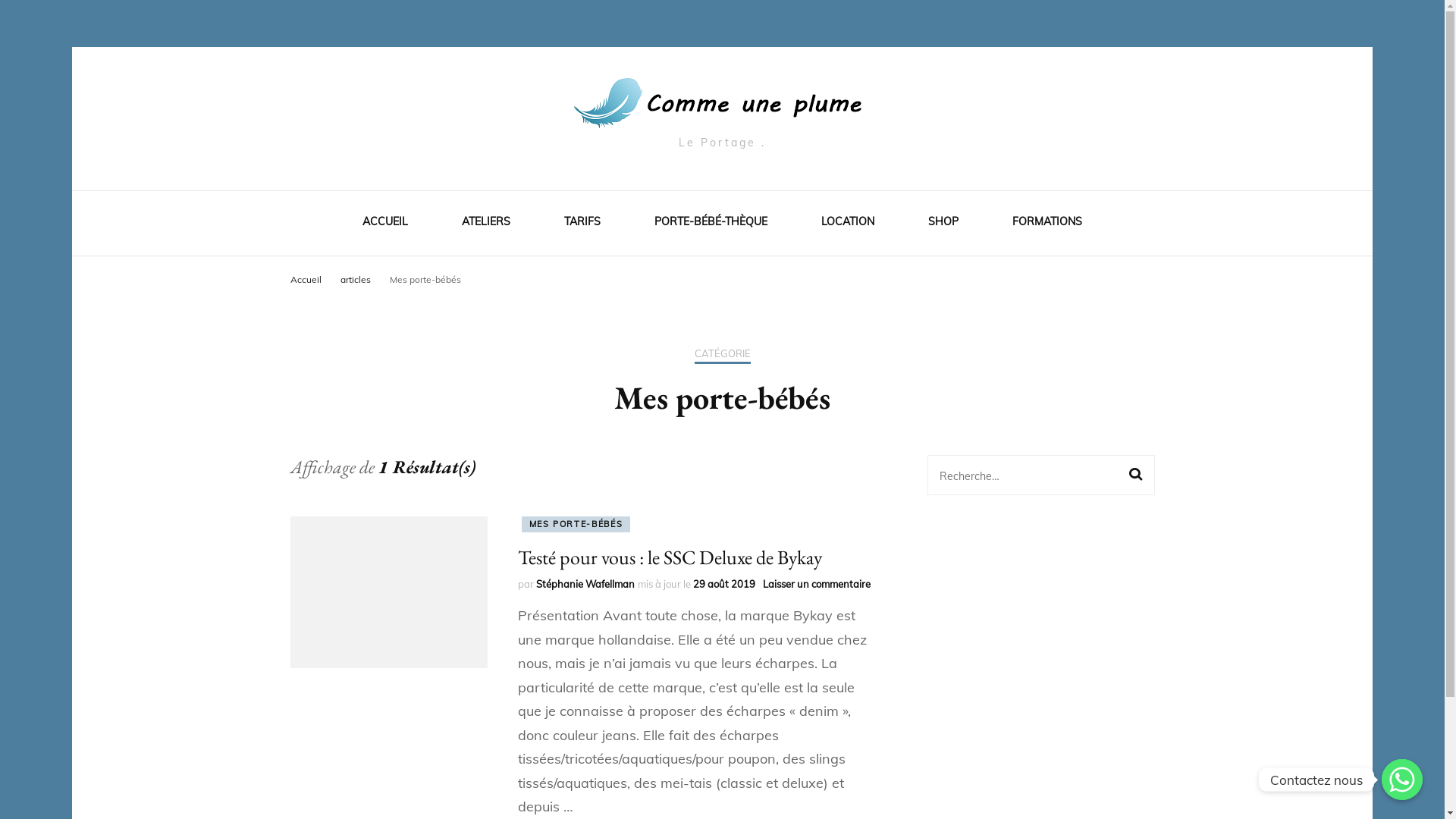 This screenshot has height=819, width=1456. I want to click on 'SHOP', so click(927, 224).